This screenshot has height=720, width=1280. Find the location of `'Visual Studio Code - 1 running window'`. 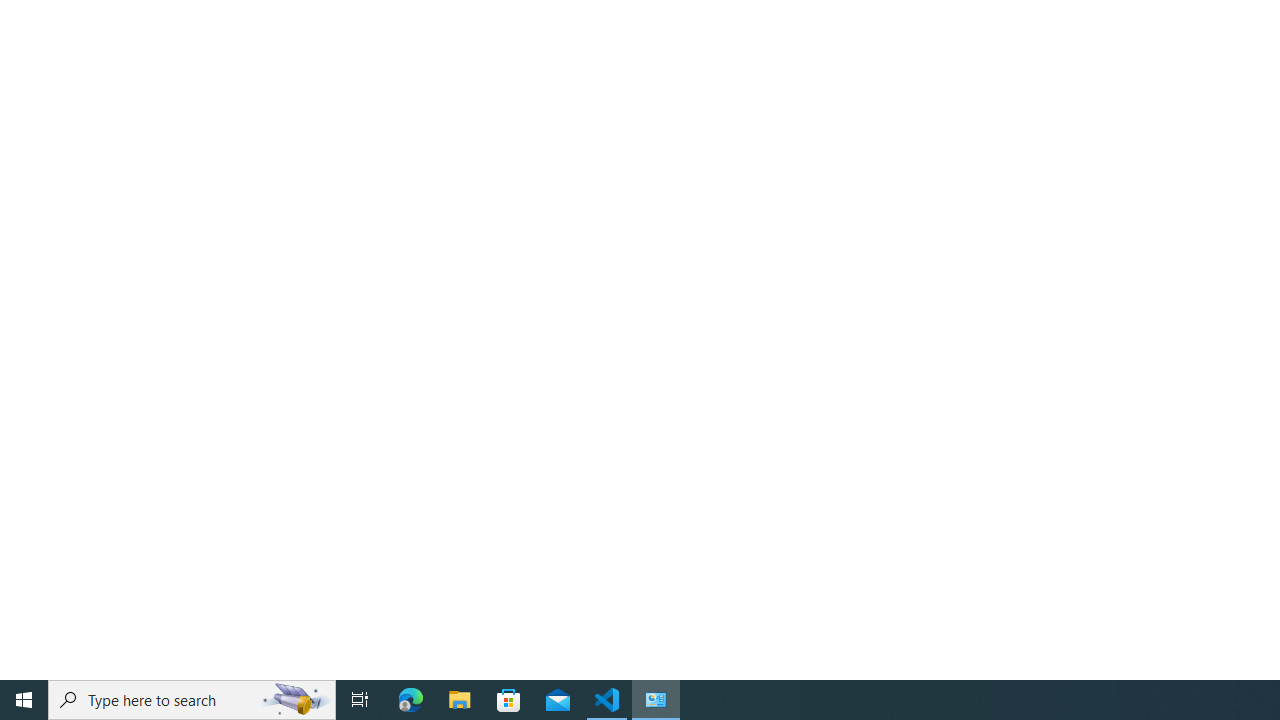

'Visual Studio Code - 1 running window' is located at coordinates (606, 698).